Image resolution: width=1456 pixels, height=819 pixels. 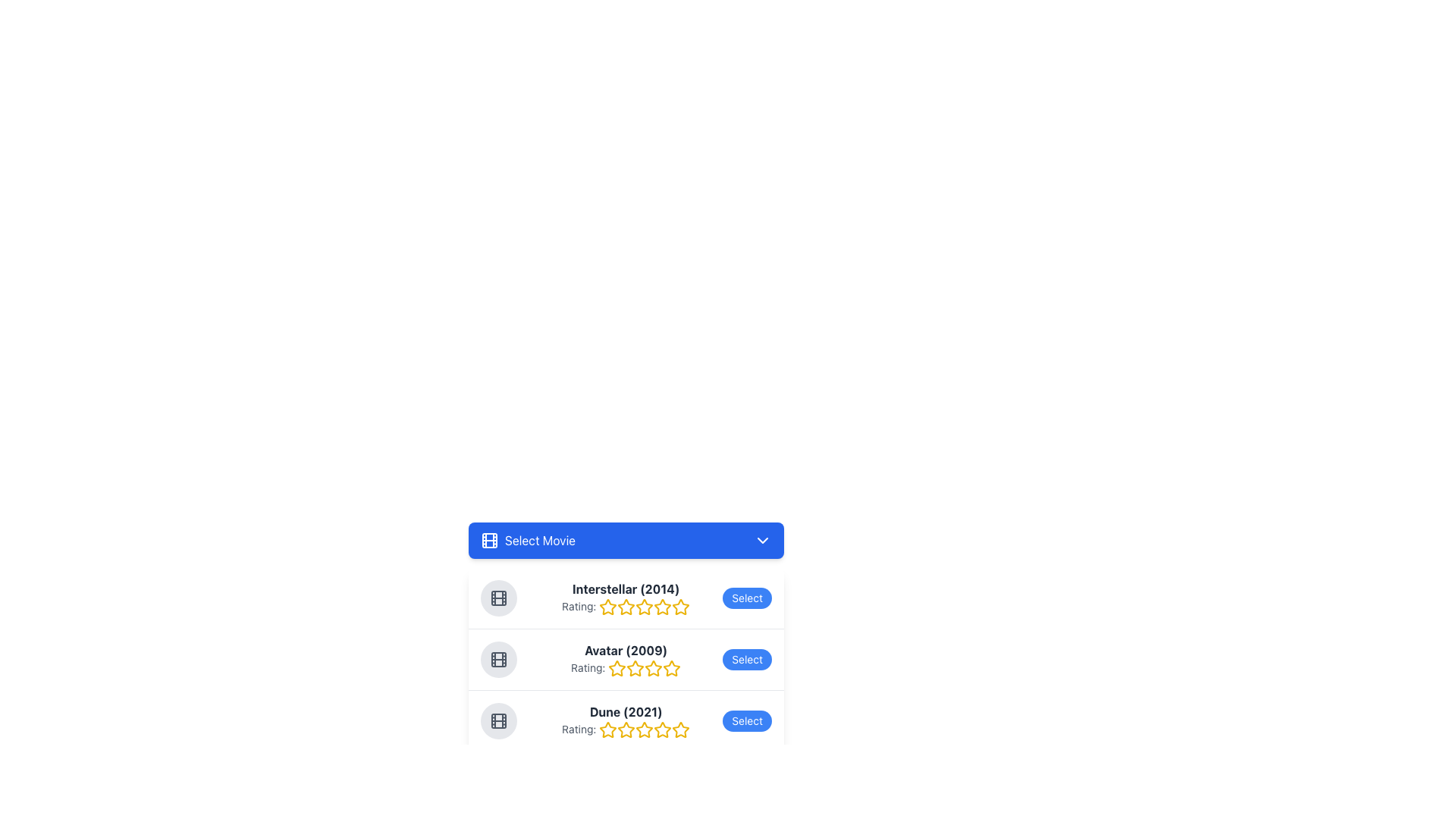 I want to click on the circular Avatar/Icon element resembling a film reel, located to the left of the text 'Avatar (2009) Rating:', so click(x=498, y=659).